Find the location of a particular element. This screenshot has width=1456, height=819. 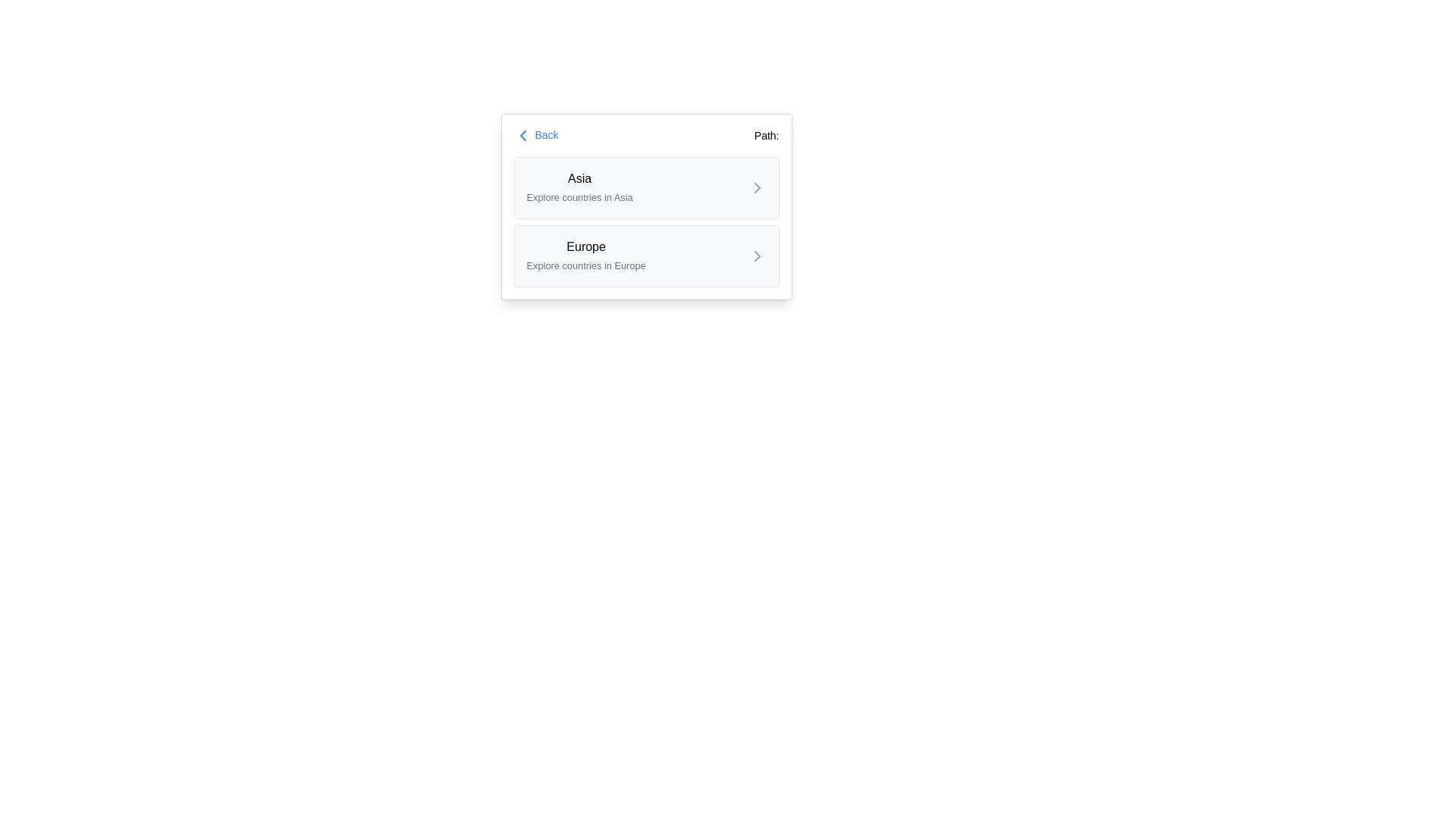

the informational content block with the header 'Asia' and the text 'Explore countries in Asia' is located at coordinates (579, 187).